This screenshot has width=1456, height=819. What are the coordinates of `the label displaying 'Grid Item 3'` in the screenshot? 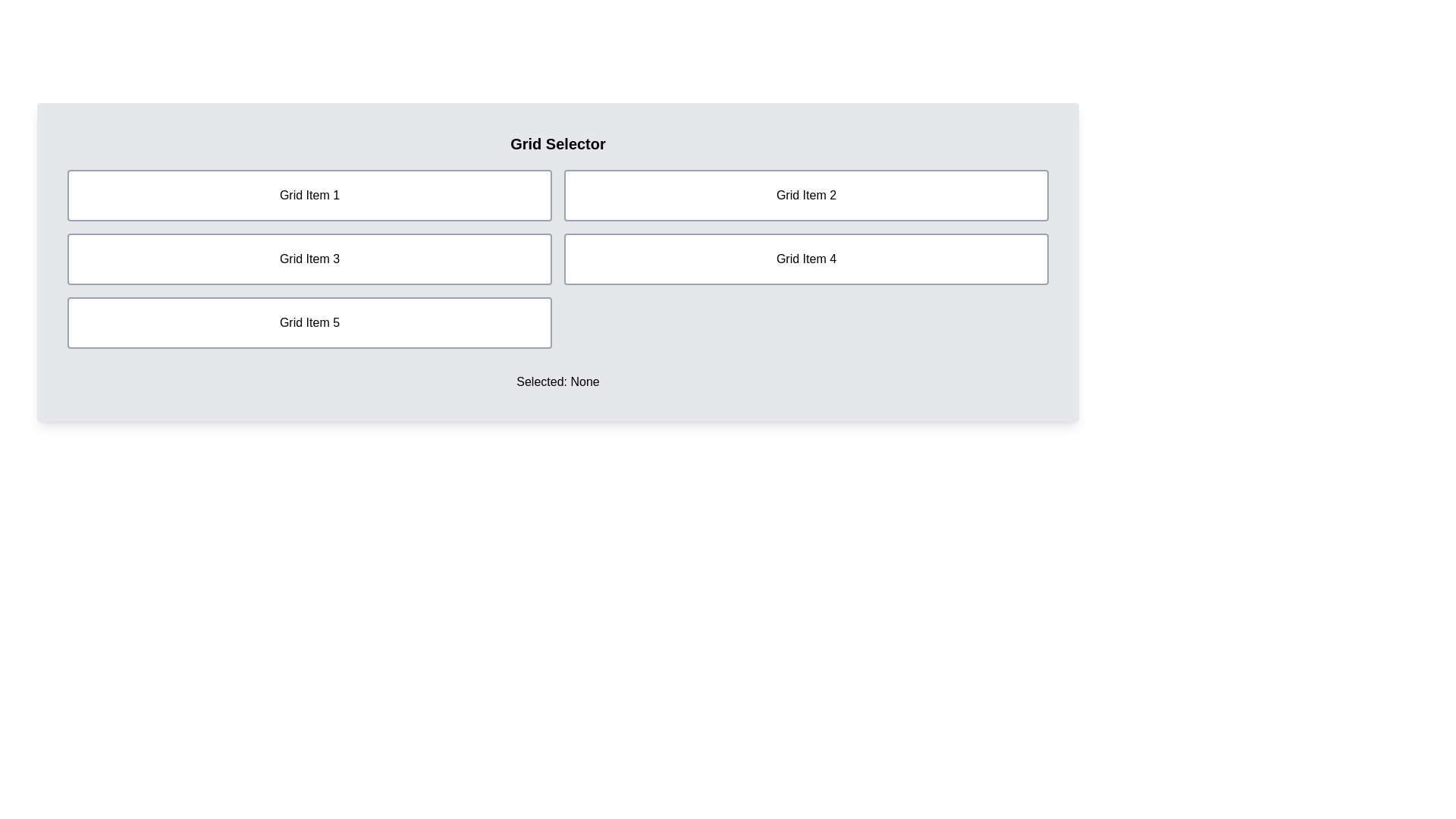 It's located at (309, 259).